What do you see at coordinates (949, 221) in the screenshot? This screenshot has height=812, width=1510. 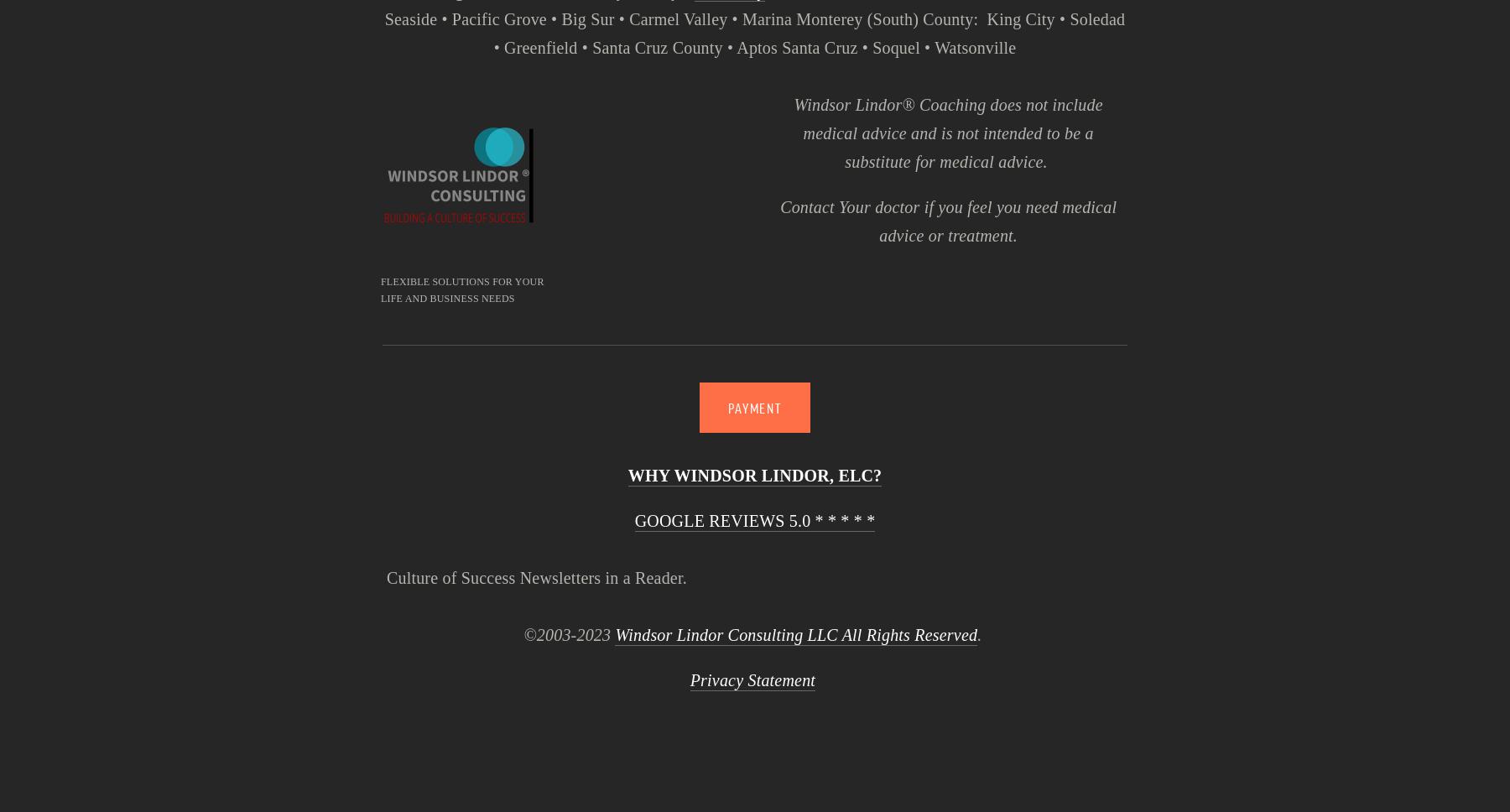 I see `'Contact Your doctor if you feel you need medical advice or treatment.'` at bounding box center [949, 221].